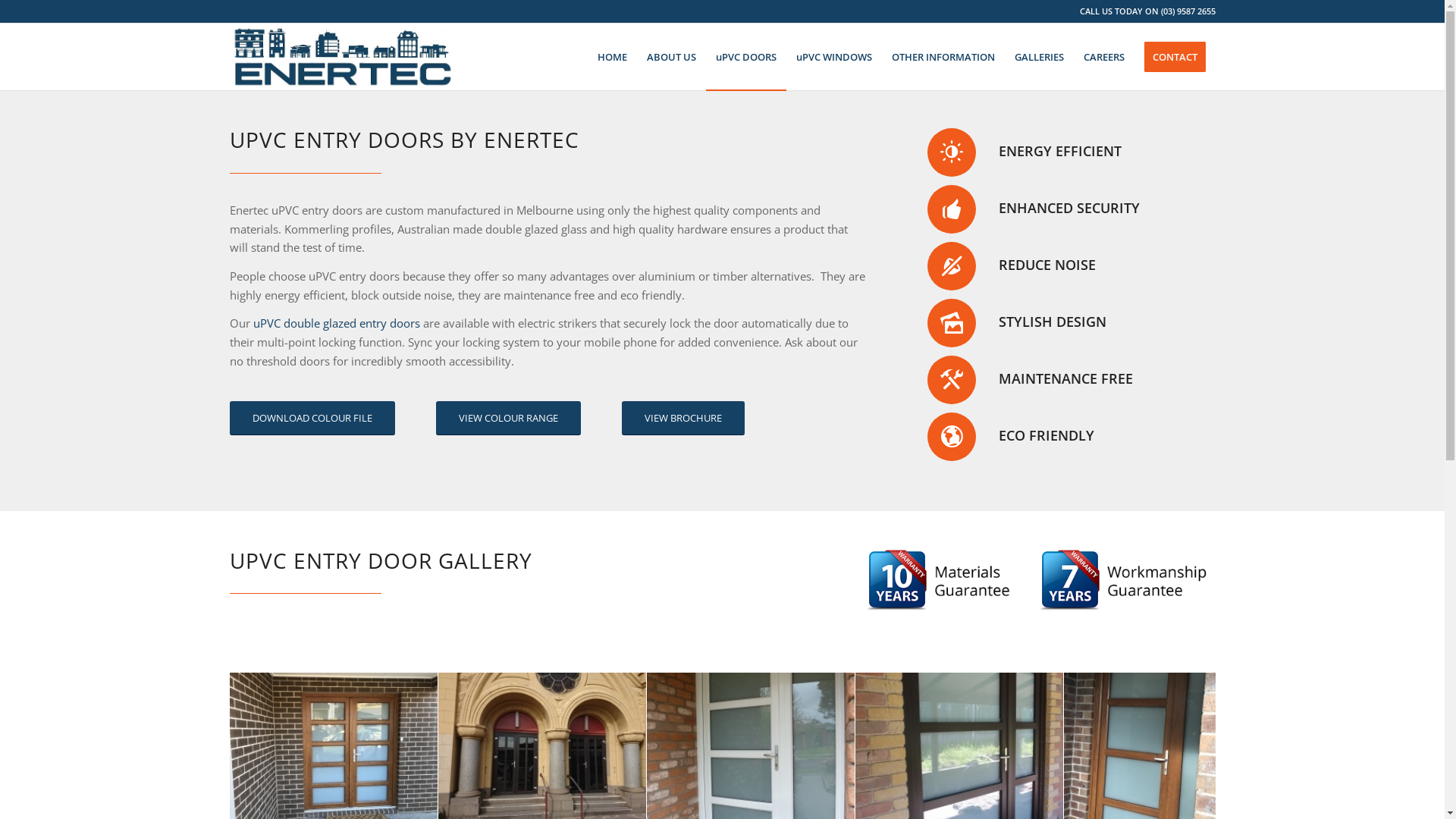 Image resolution: width=1456 pixels, height=819 pixels. I want to click on 'CAREERS', so click(1103, 55).